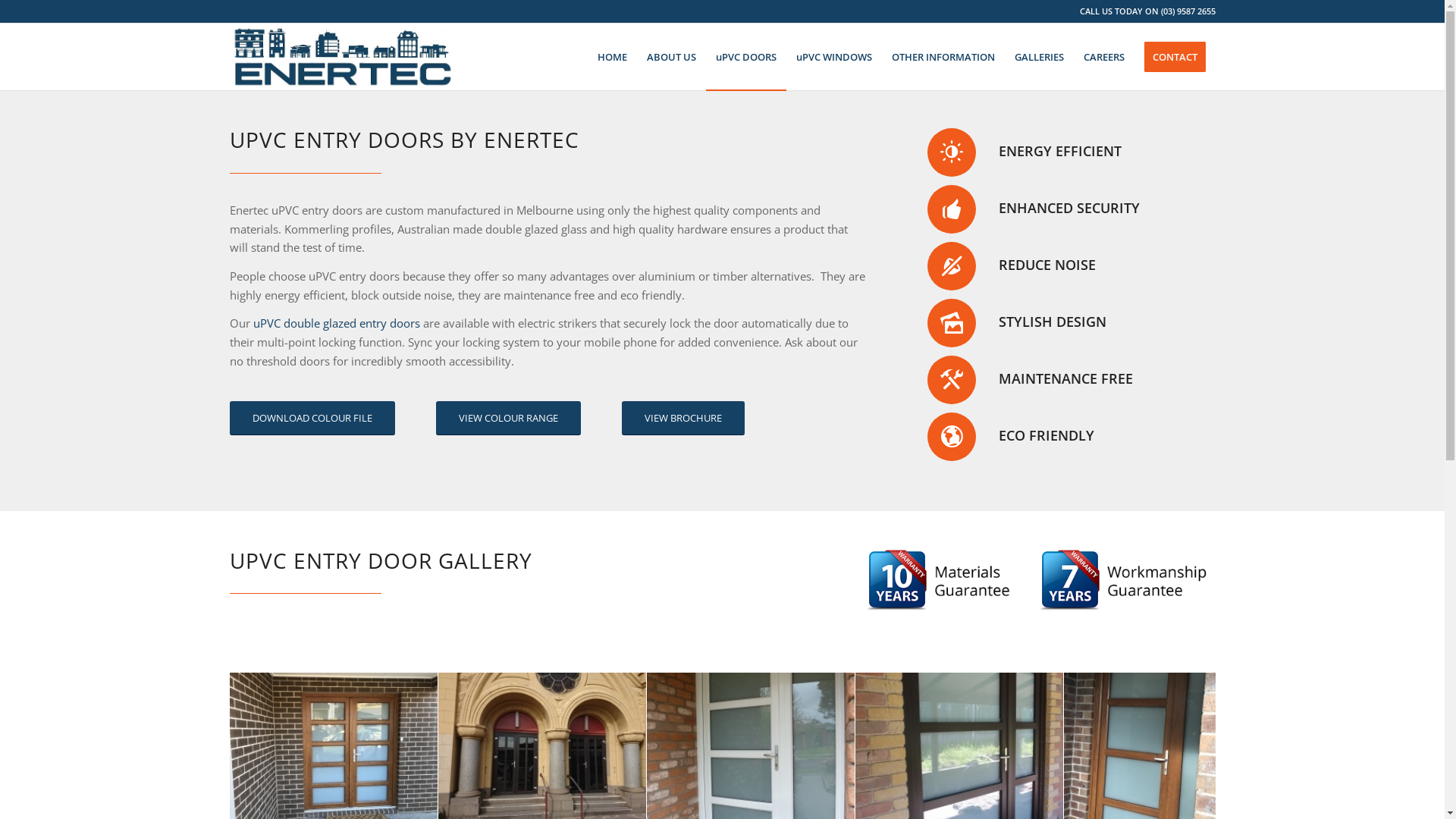 Image resolution: width=1456 pixels, height=819 pixels. I want to click on 'CAREERS', so click(1103, 55).